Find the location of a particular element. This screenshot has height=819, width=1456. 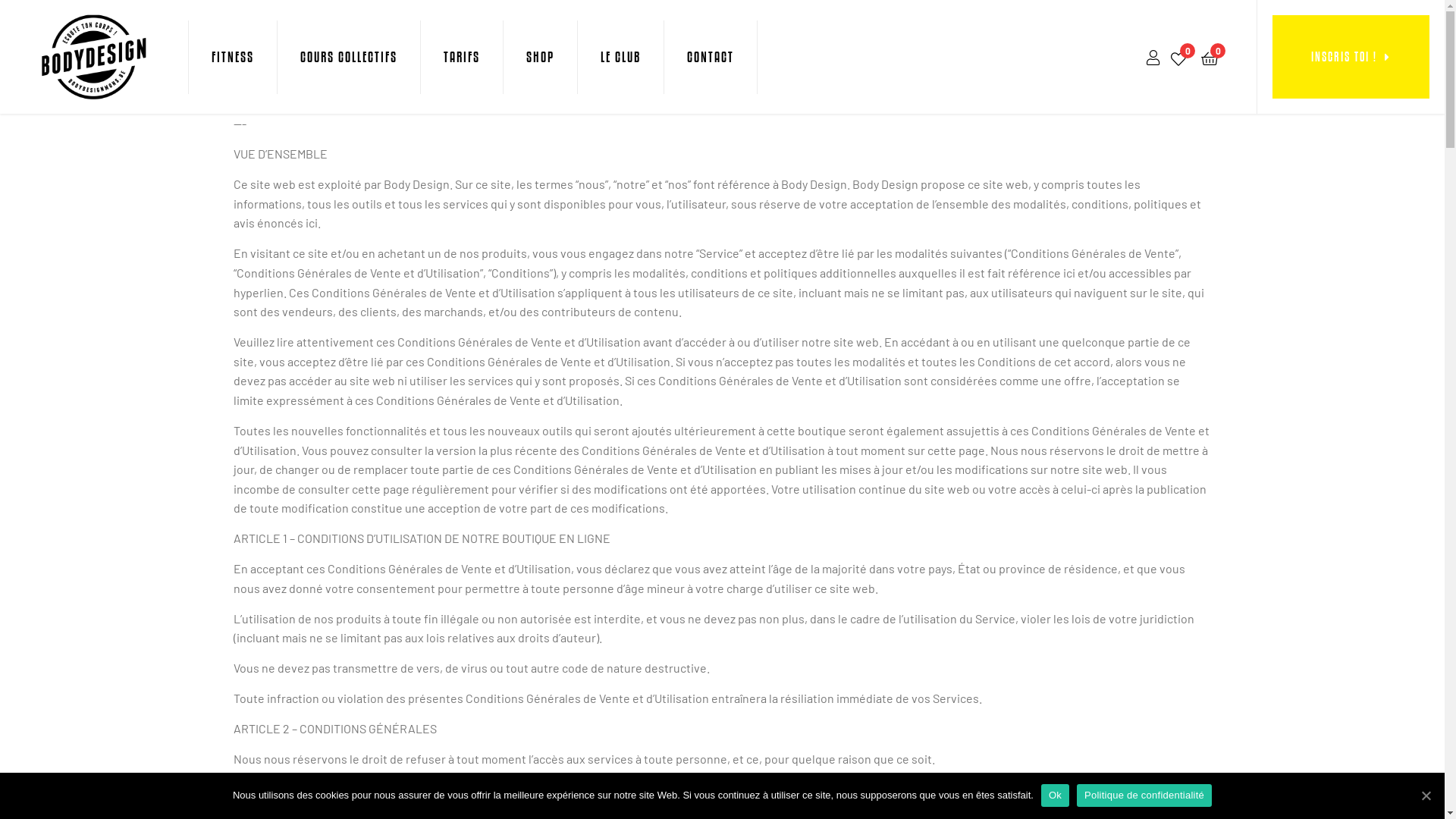

'FITNESS' is located at coordinates (188, 56).